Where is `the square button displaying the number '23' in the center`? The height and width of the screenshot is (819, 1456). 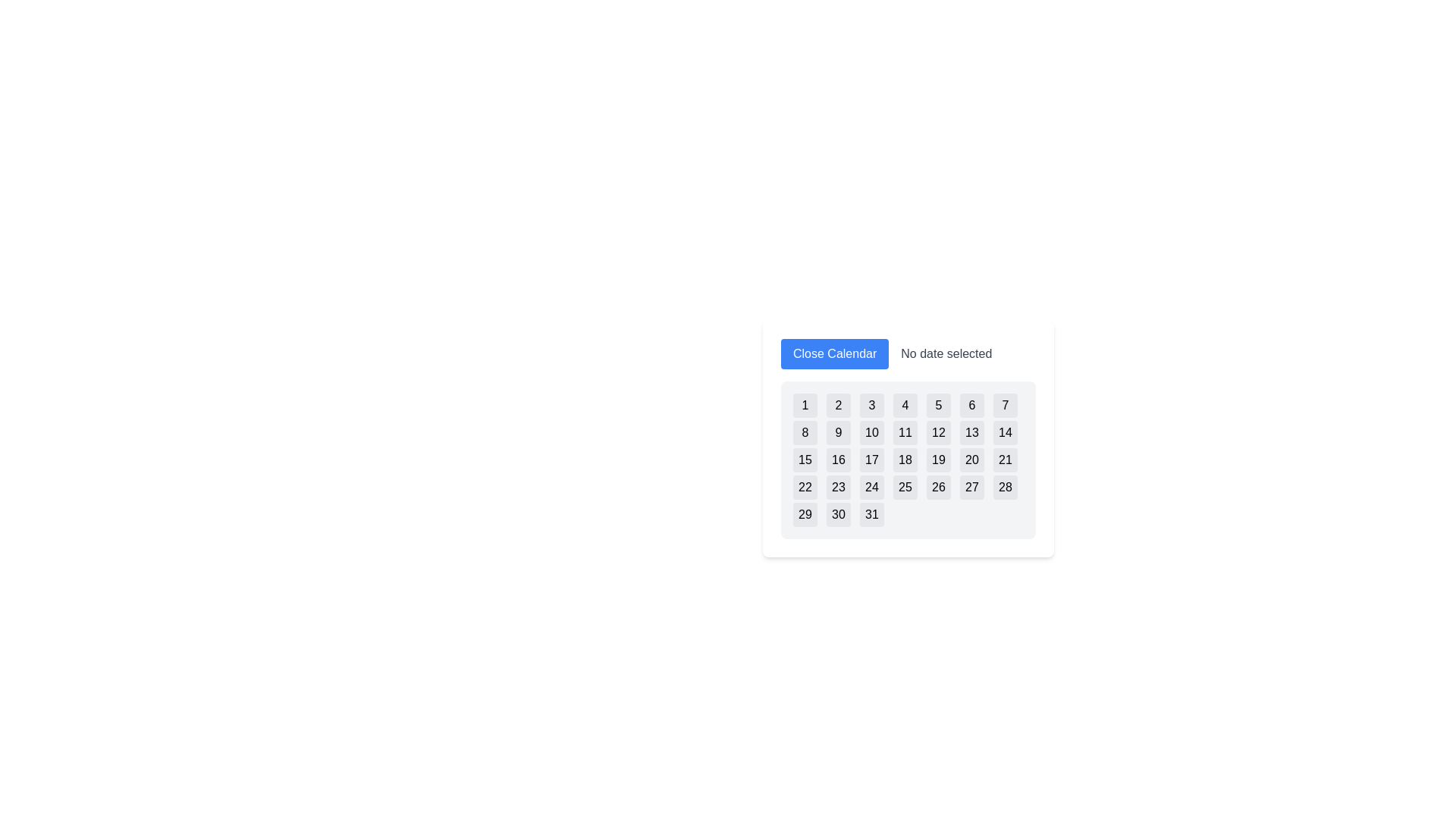 the square button displaying the number '23' in the center is located at coordinates (837, 488).